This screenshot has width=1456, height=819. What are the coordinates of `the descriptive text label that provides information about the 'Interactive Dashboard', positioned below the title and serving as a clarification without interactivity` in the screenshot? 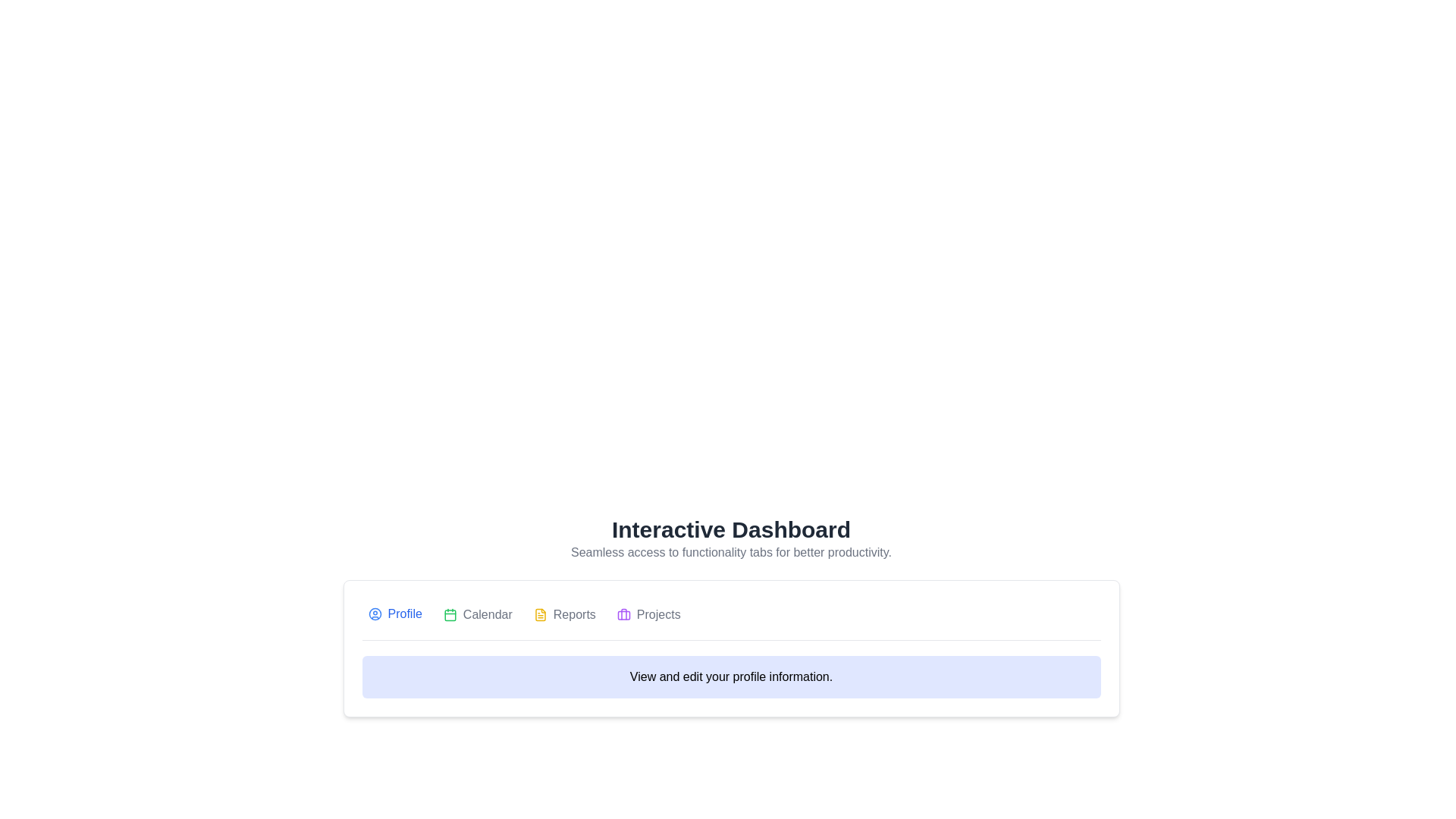 It's located at (731, 553).